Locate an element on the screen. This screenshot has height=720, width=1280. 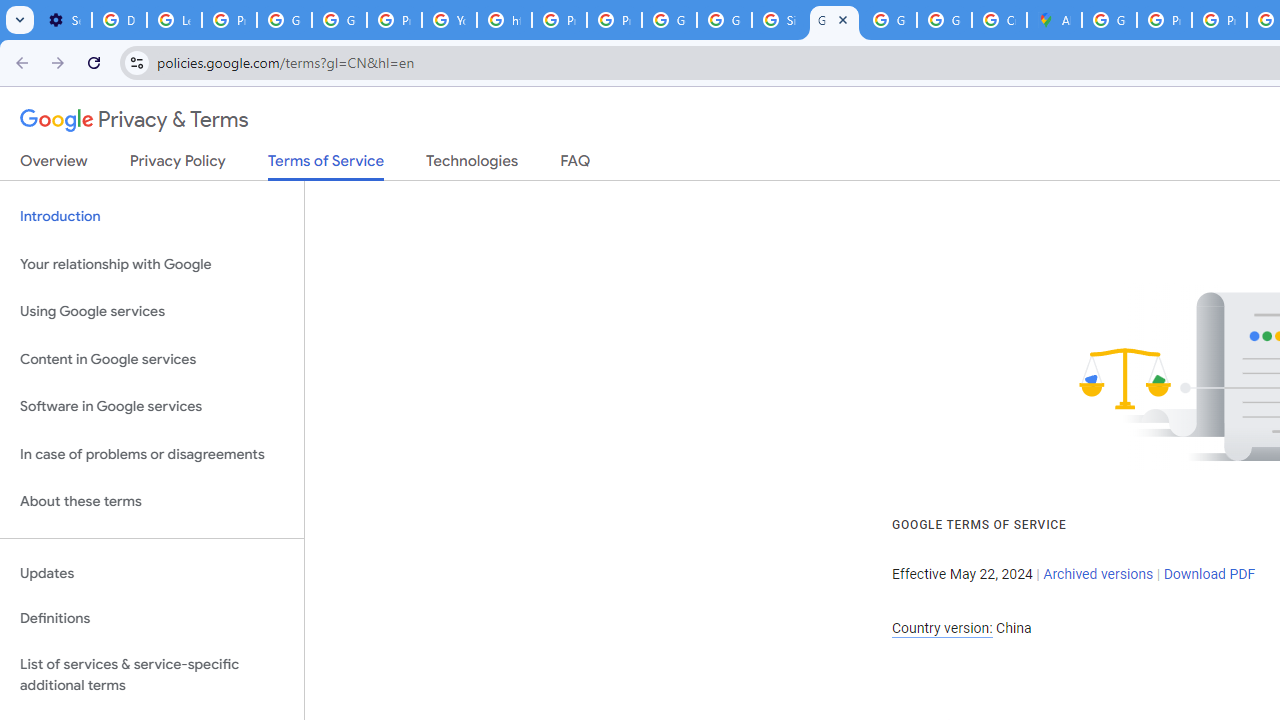
'Settings - On startup' is located at coordinates (64, 20).